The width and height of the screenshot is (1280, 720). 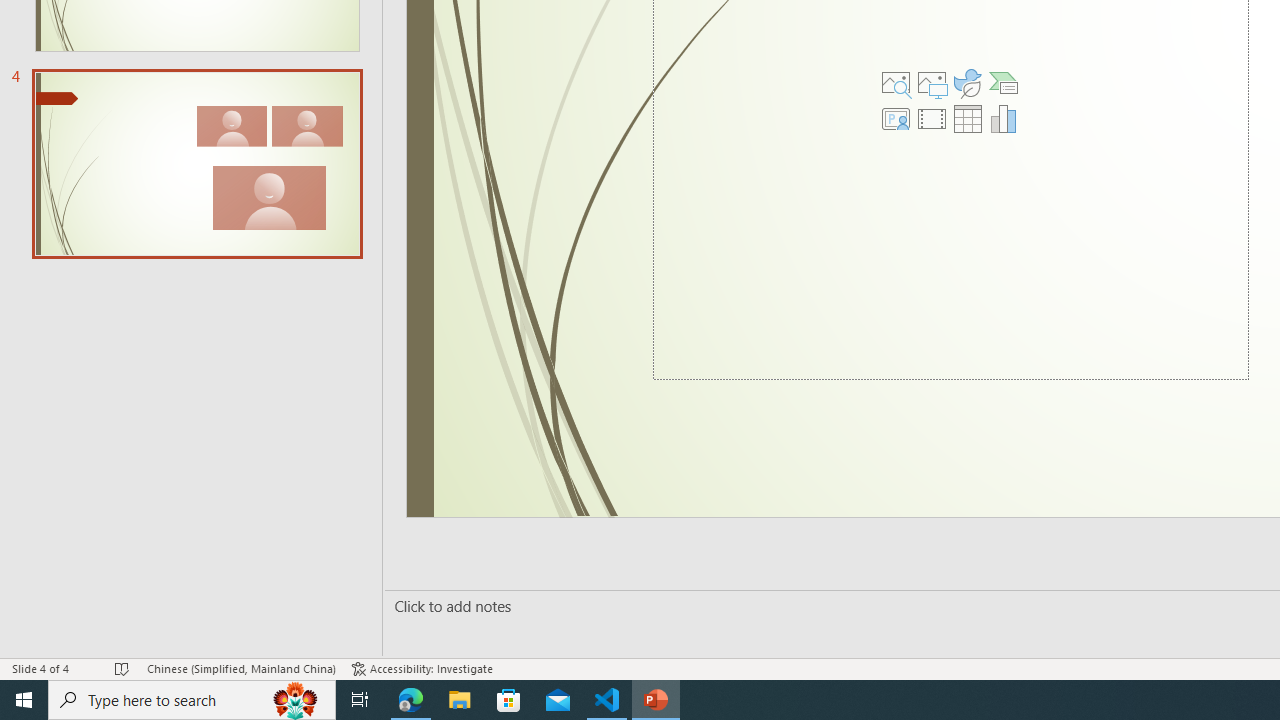 I want to click on 'Insert Table', so click(x=968, y=119).